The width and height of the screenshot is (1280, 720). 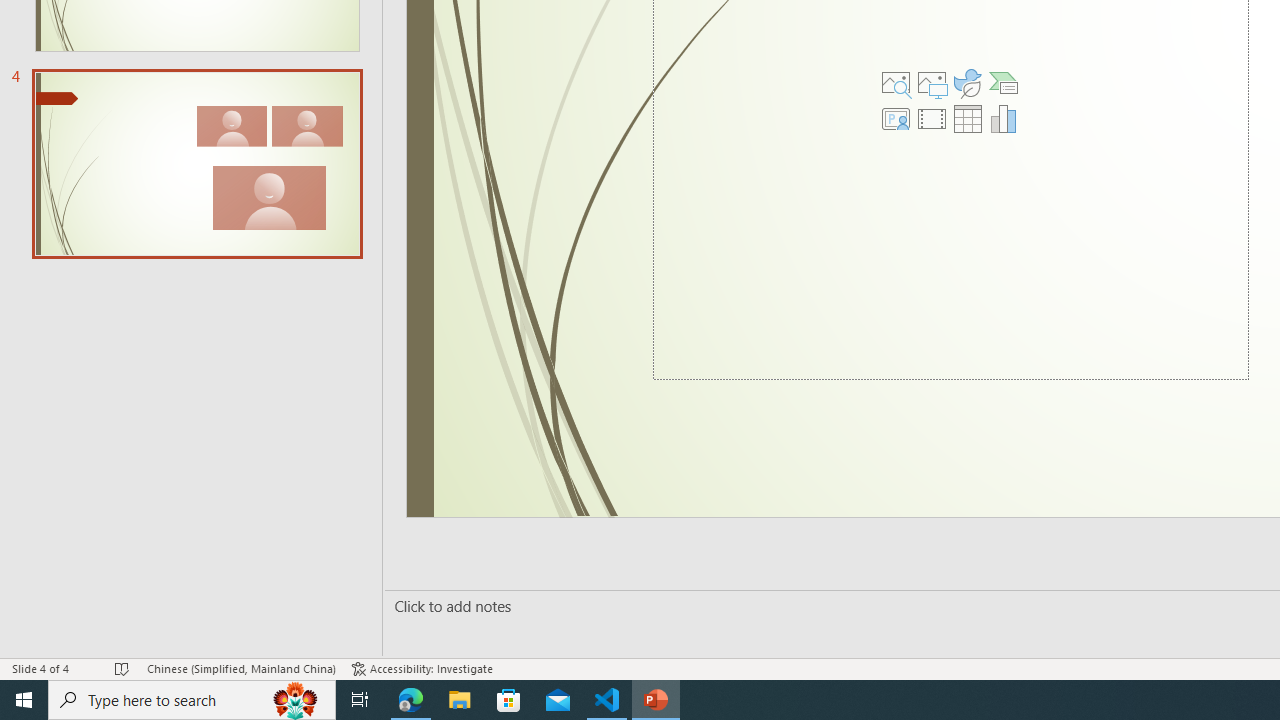 I want to click on 'Insert Table', so click(x=968, y=119).